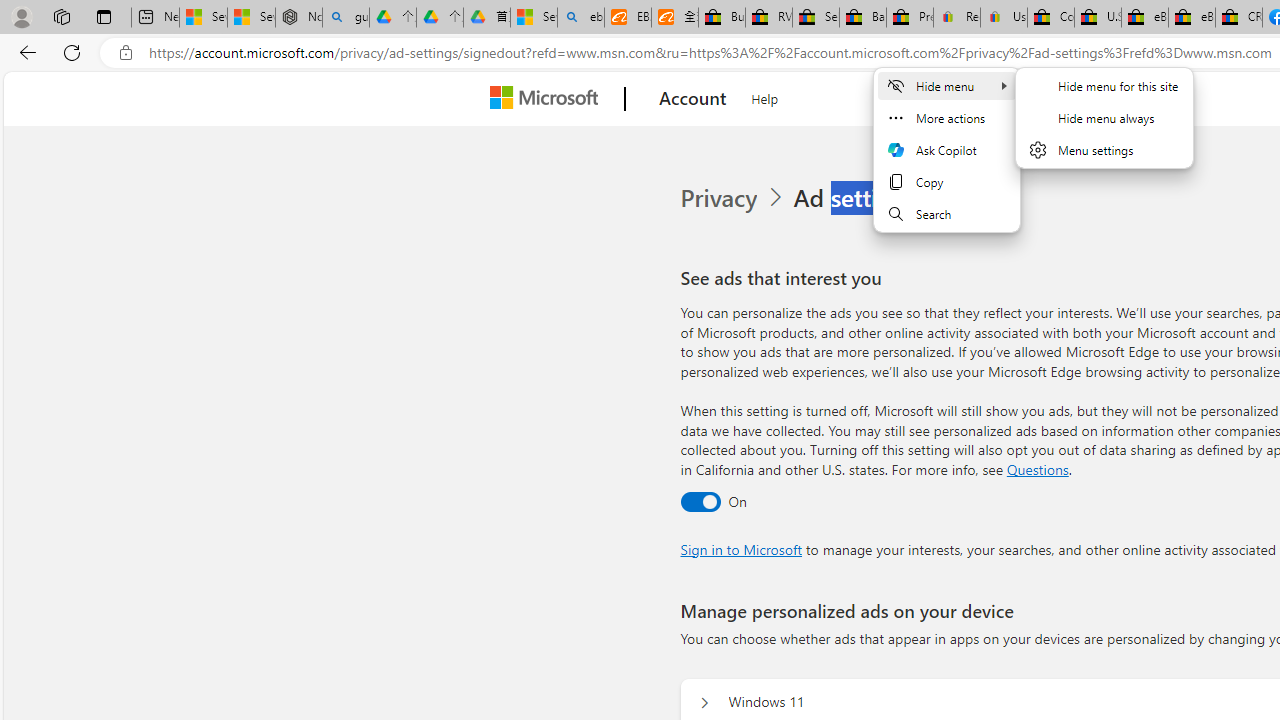  I want to click on 'Help', so click(764, 96).